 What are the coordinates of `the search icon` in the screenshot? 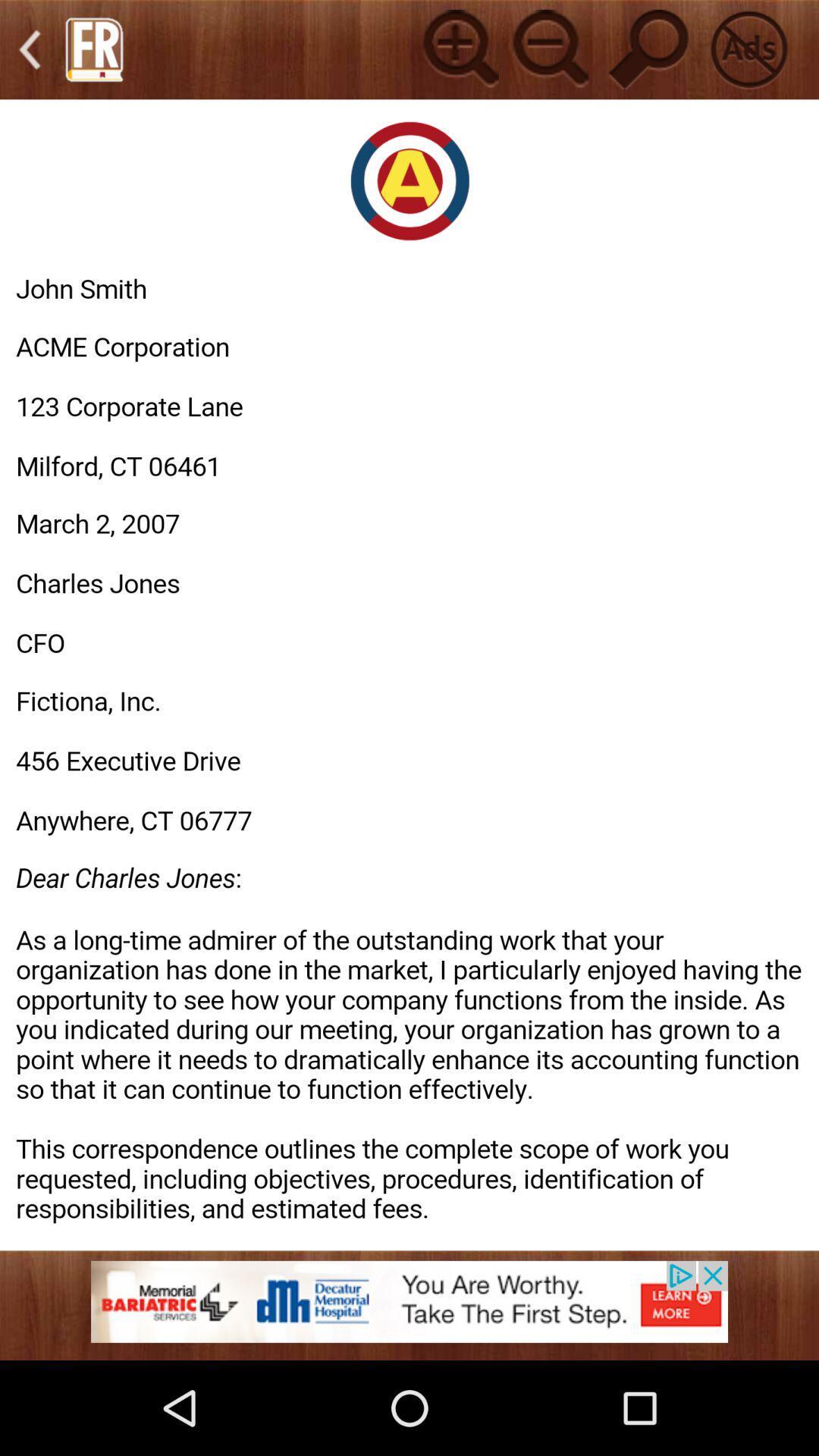 It's located at (648, 52).